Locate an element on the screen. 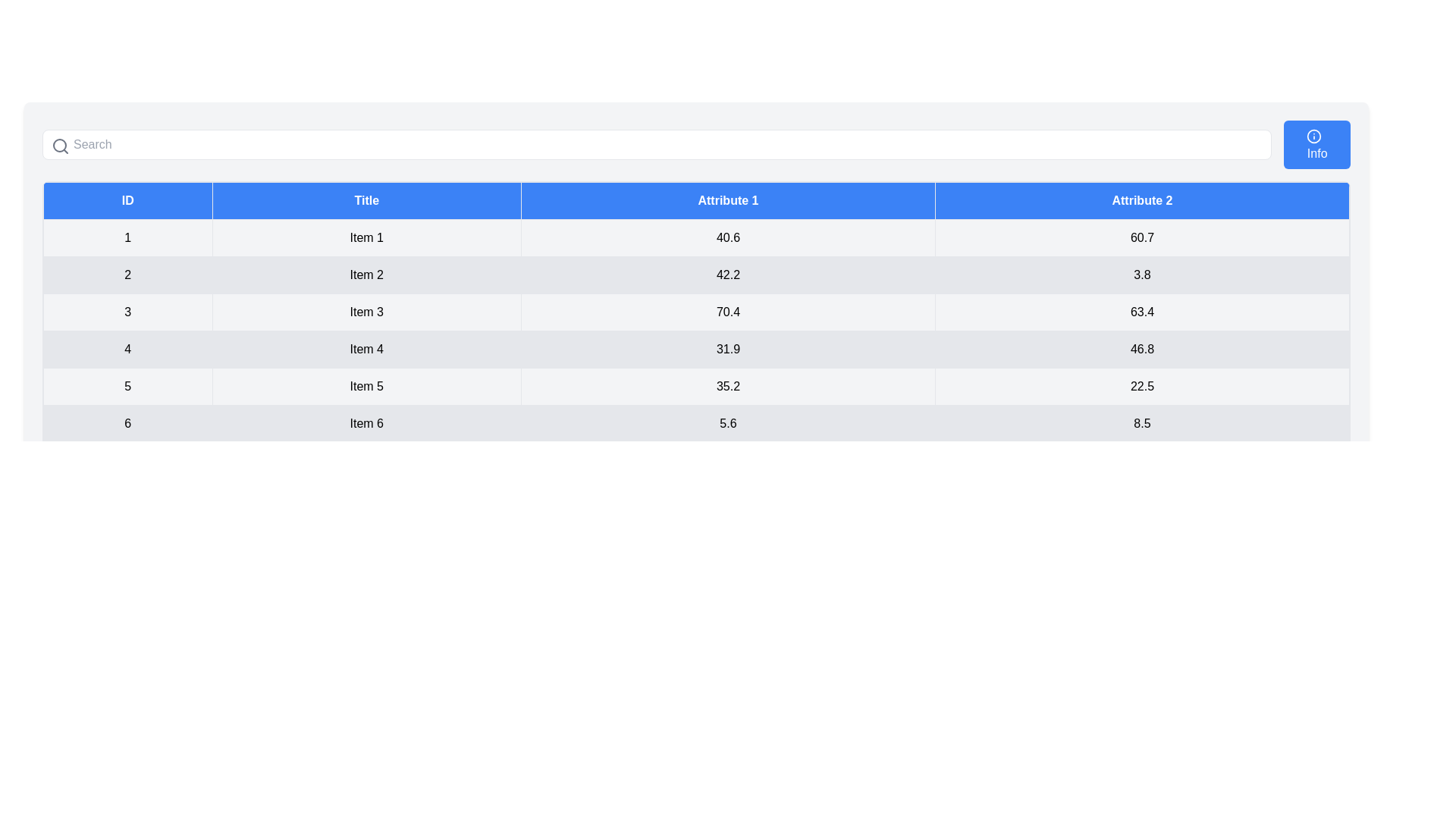 This screenshot has height=819, width=1456. the row corresponding to the ID 1 in the table is located at coordinates (695, 237).